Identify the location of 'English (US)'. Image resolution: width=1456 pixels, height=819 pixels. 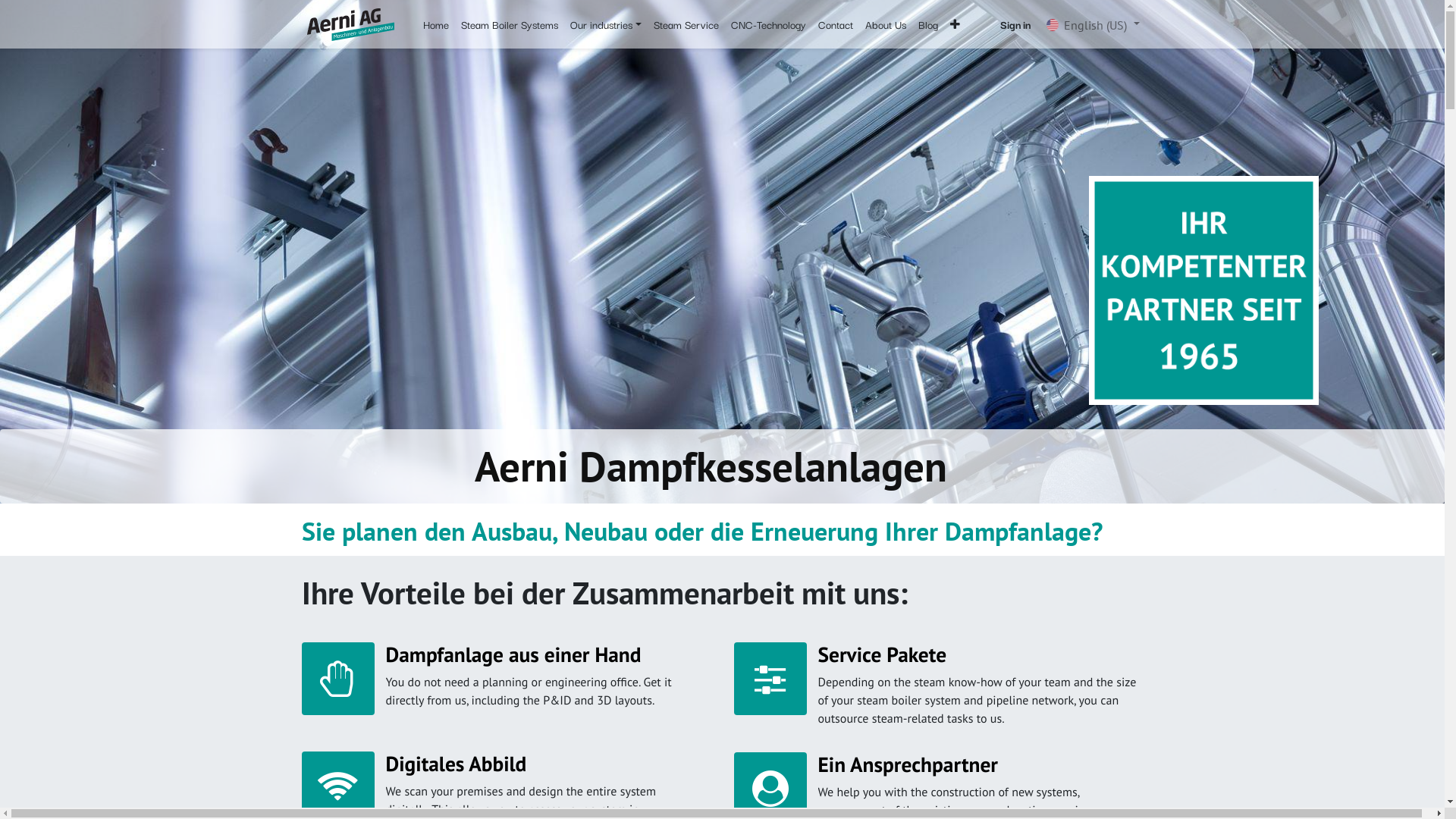
(1092, 24).